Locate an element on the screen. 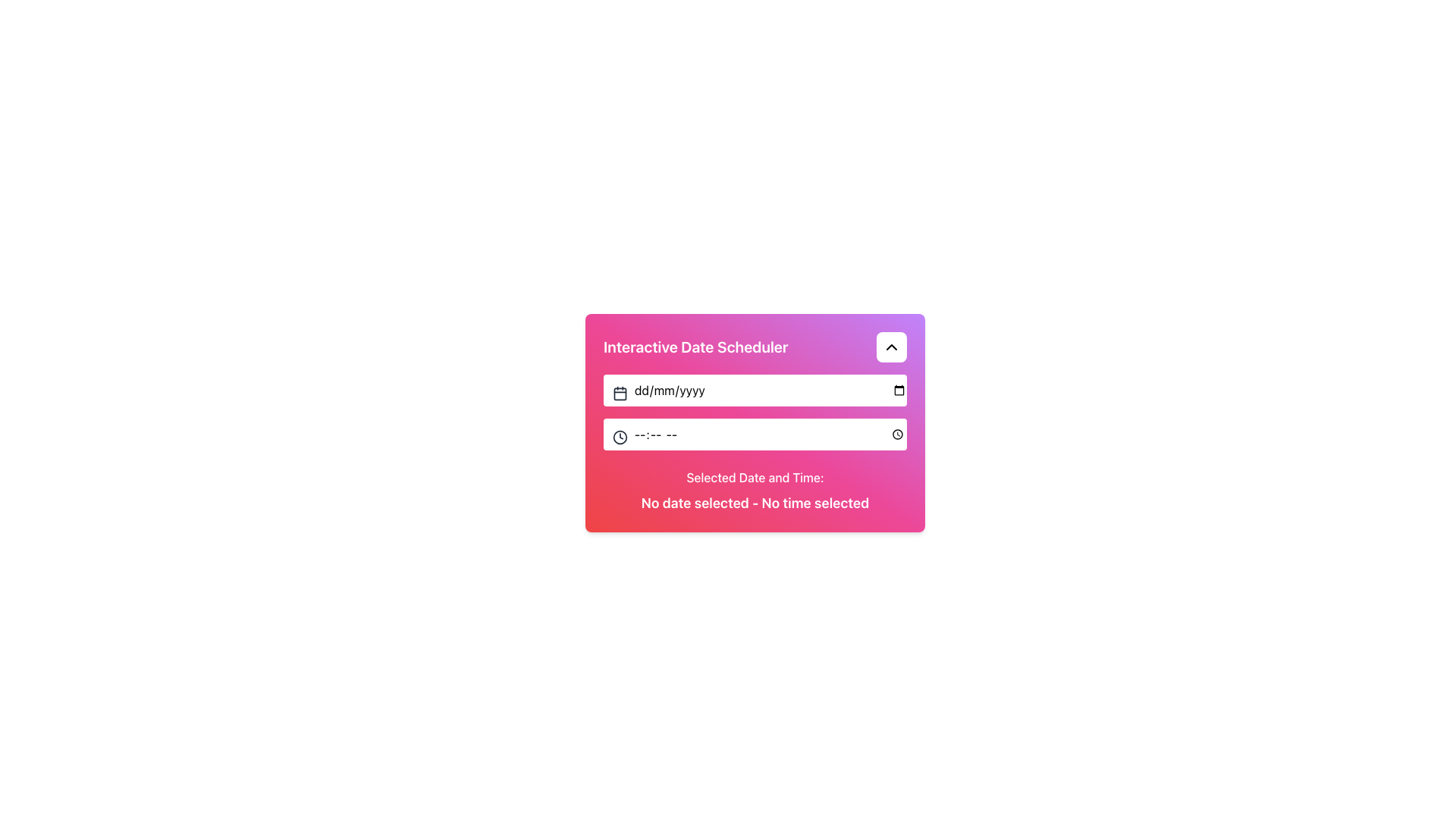 The image size is (1456, 819). the circular decorative component of the clock icon in the 'Interactive Date Scheduler' interface, which serves as a boundary for the clock icon positioned to the left of the second text input field is located at coordinates (620, 437).